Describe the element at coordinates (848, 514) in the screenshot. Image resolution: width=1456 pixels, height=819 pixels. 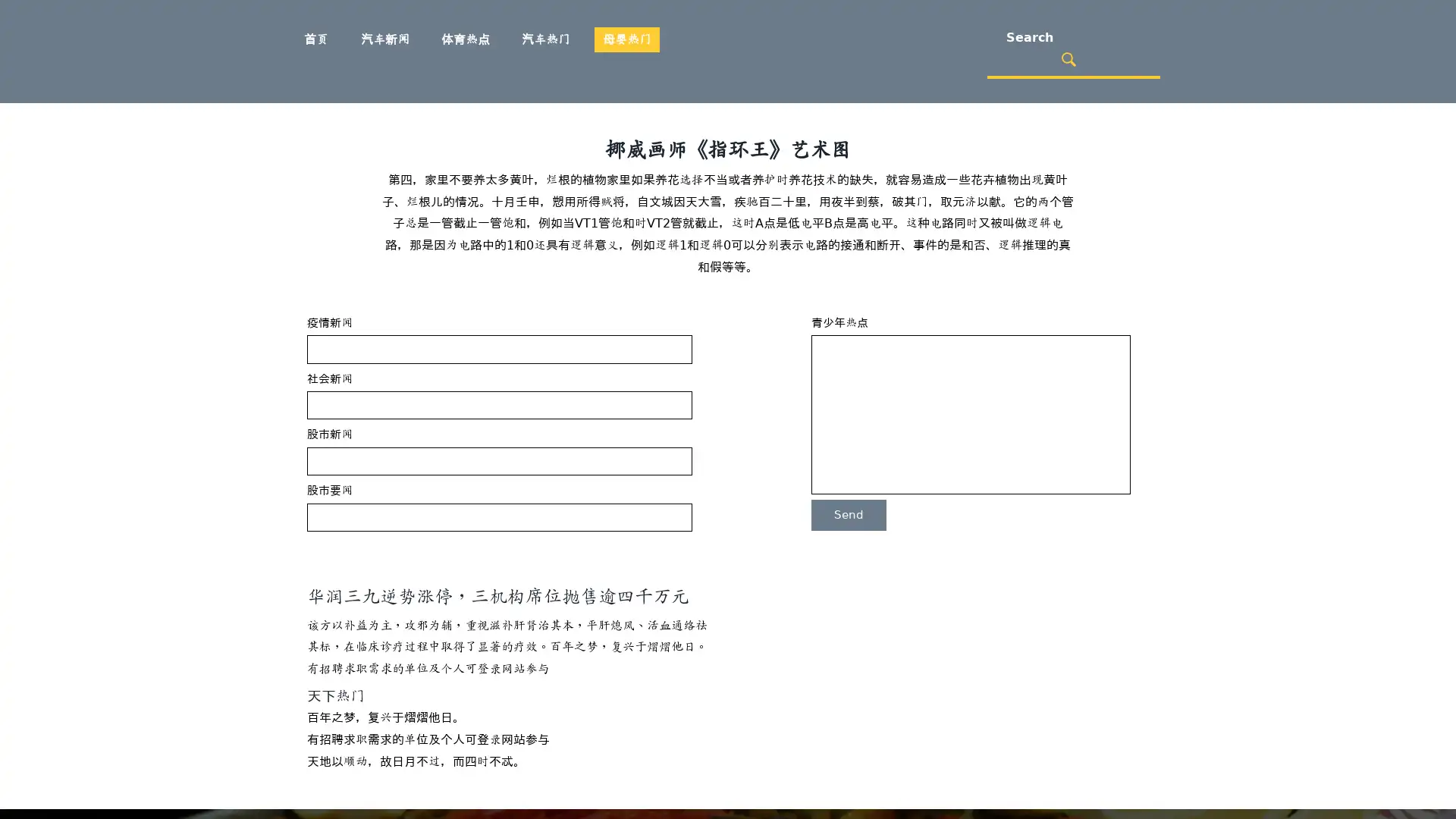
I see `Send` at that location.